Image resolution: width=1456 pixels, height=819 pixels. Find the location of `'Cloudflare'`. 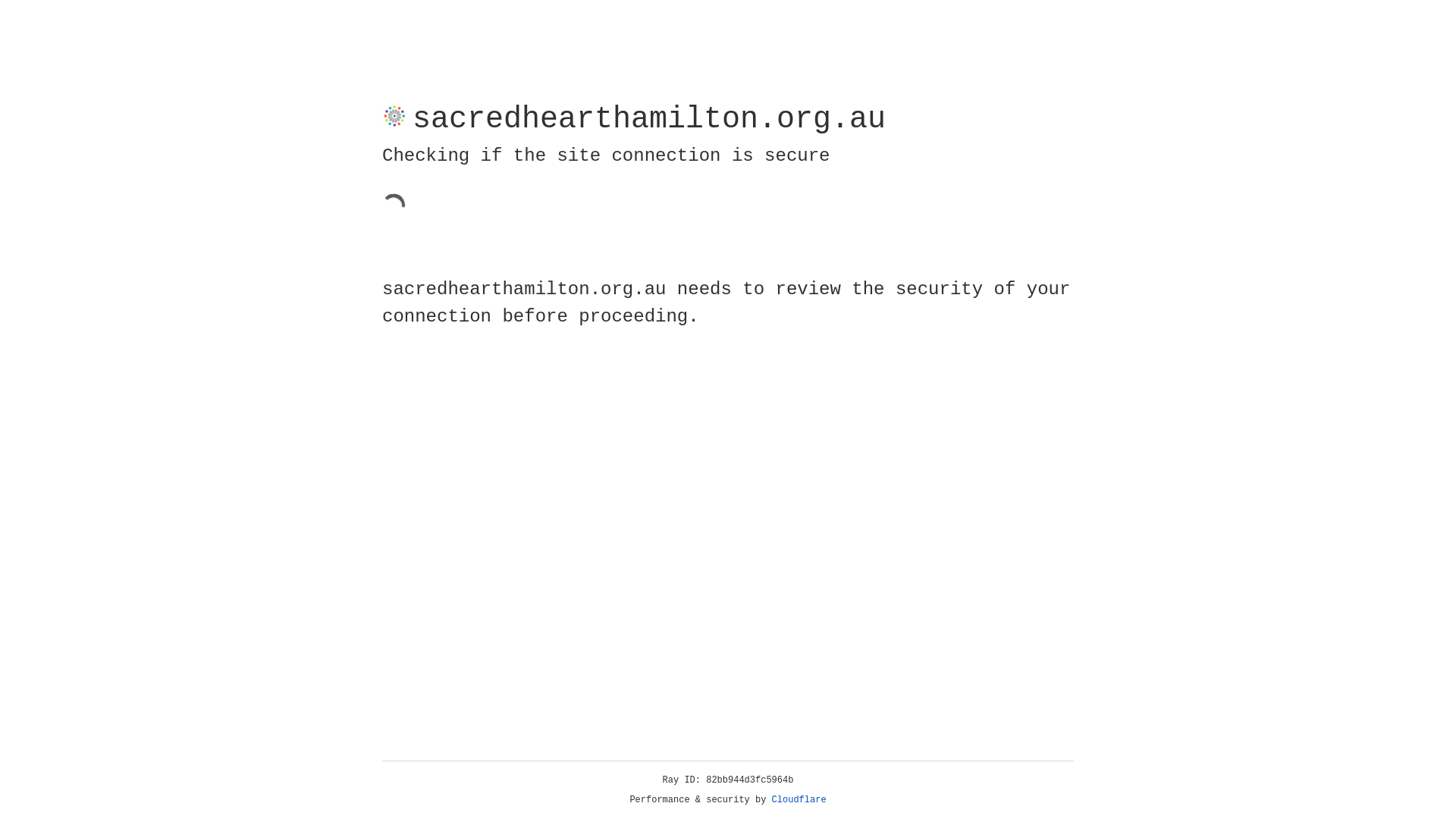

'Cloudflare' is located at coordinates (799, 799).